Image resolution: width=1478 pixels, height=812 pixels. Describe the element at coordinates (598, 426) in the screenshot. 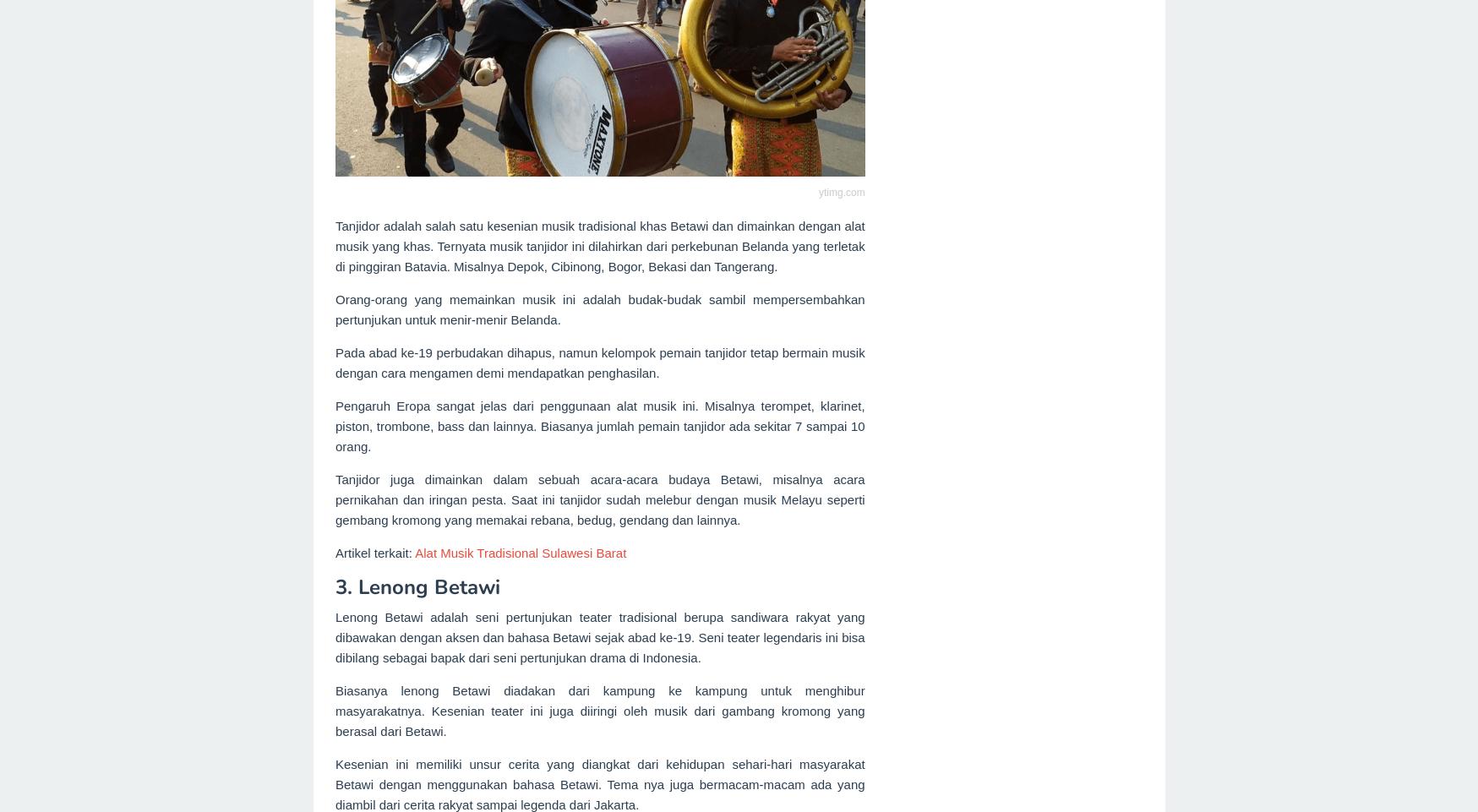

I see `'Pengaruh Eropa sangat jelas dari penggunaan alat musik ini. Misalnya terompet, klarinet, piston, trombone, bass dan lainnya. Biasanya jumlah pemain tanjidor ada sekitar 7 sampai 10 orang.'` at that location.